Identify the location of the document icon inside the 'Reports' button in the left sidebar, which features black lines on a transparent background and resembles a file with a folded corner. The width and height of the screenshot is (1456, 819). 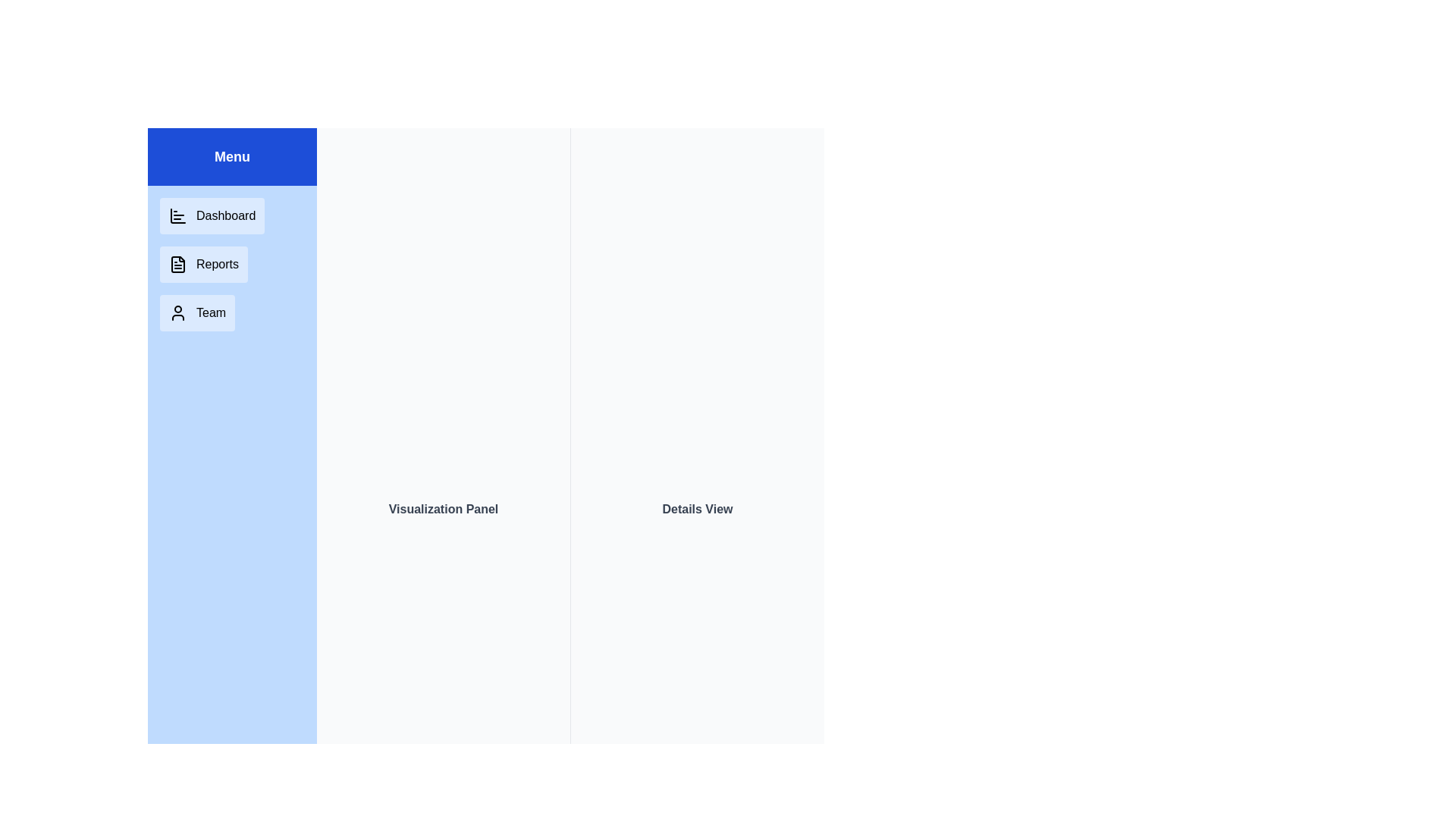
(178, 263).